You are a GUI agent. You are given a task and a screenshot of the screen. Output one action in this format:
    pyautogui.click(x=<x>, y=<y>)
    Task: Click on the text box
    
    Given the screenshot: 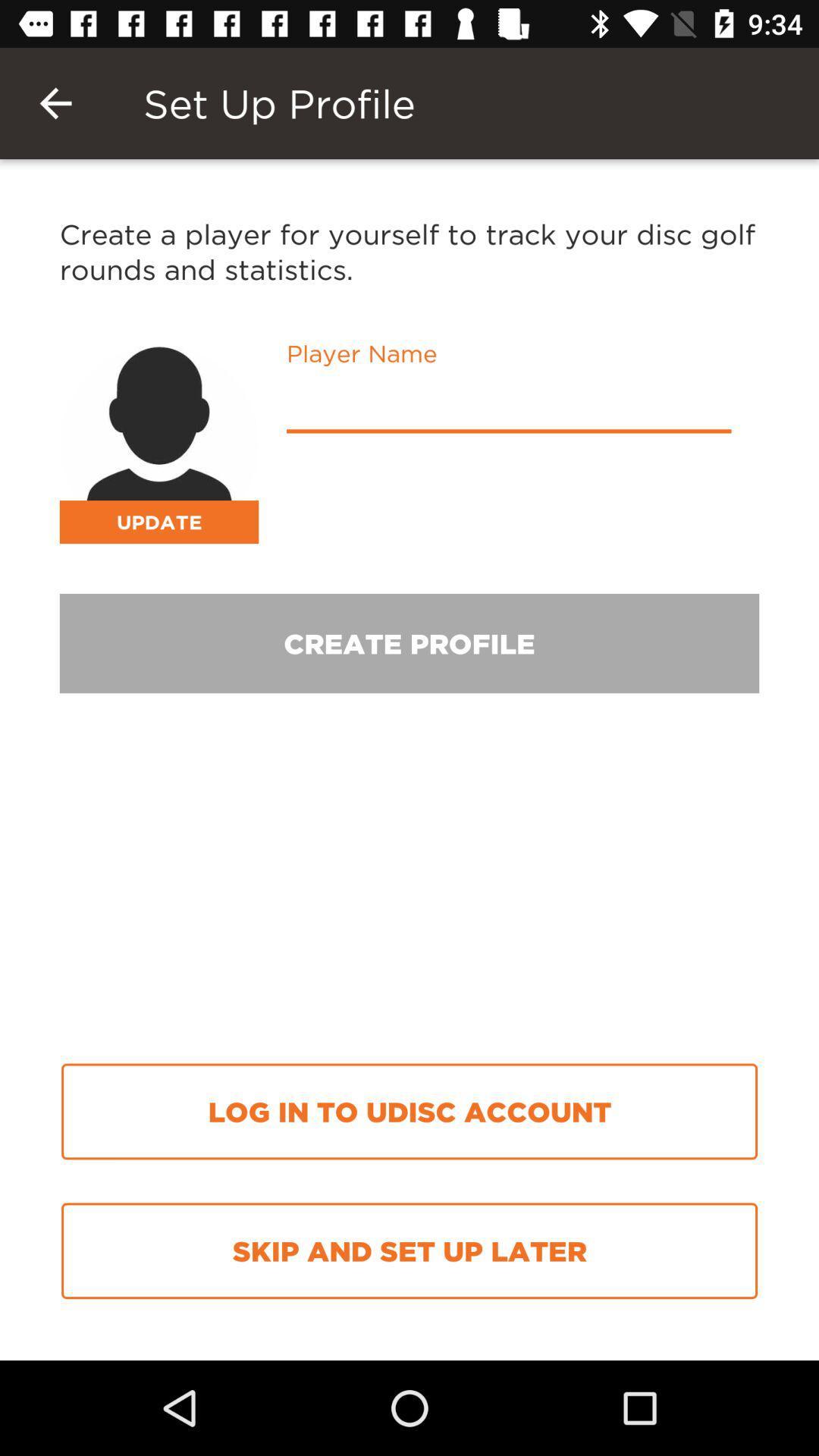 What is the action you would take?
    pyautogui.click(x=509, y=406)
    